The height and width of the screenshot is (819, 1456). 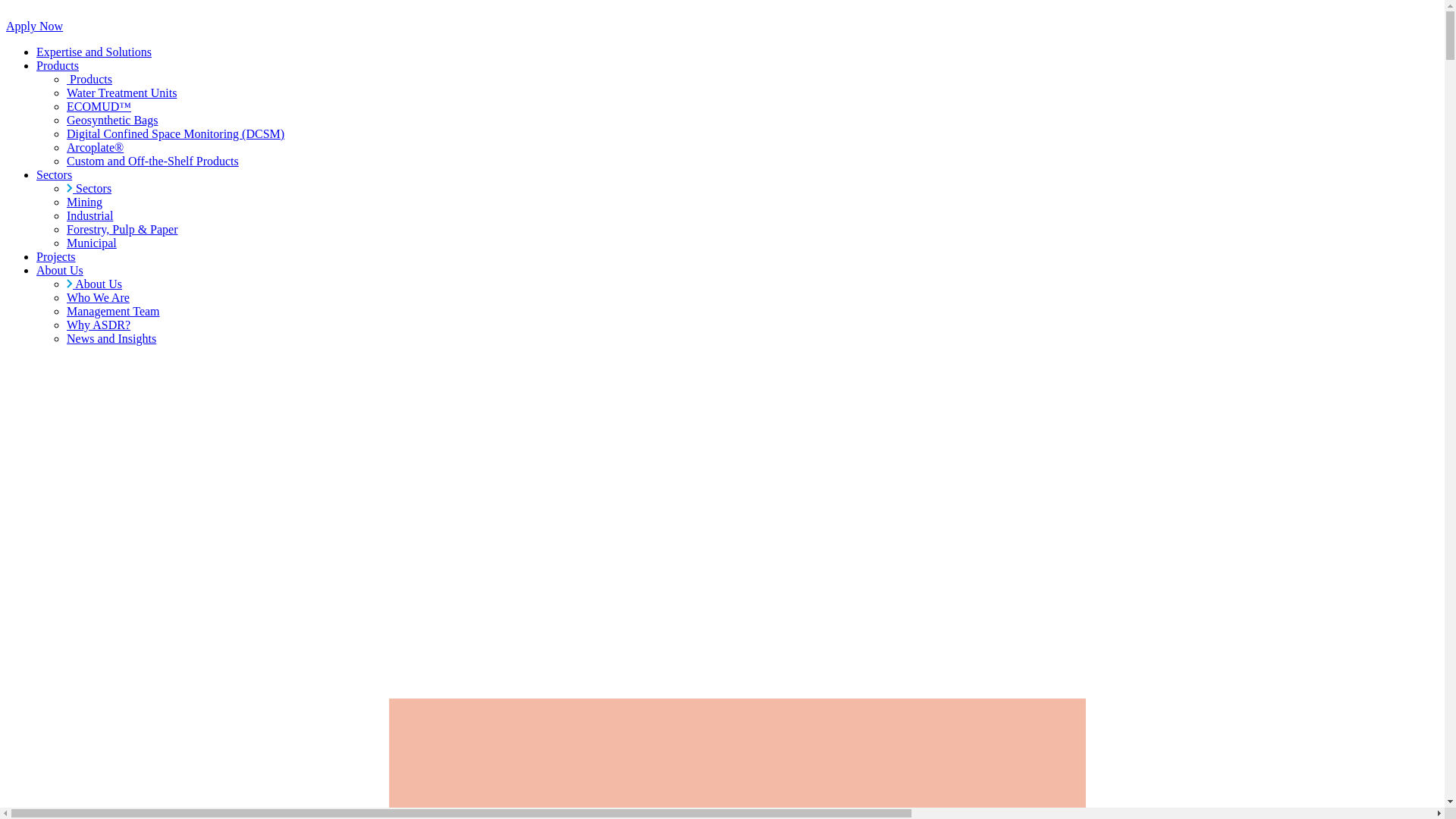 I want to click on 'Expertise and Solutions', so click(x=36, y=51).